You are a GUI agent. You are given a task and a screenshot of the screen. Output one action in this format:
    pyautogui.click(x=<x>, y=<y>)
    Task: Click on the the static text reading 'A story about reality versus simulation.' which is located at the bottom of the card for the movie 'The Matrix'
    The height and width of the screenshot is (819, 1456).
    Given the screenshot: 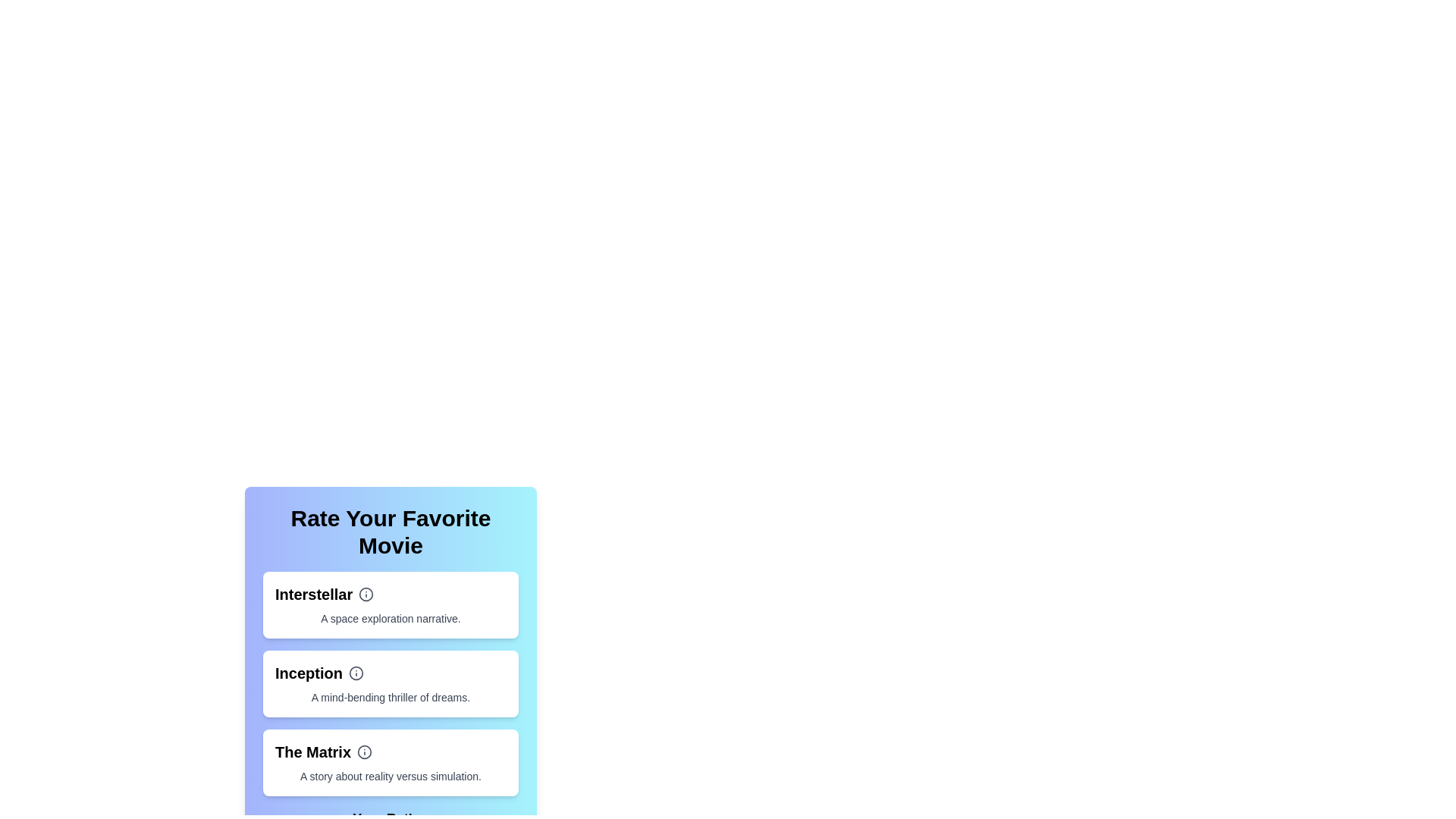 What is the action you would take?
    pyautogui.click(x=391, y=776)
    